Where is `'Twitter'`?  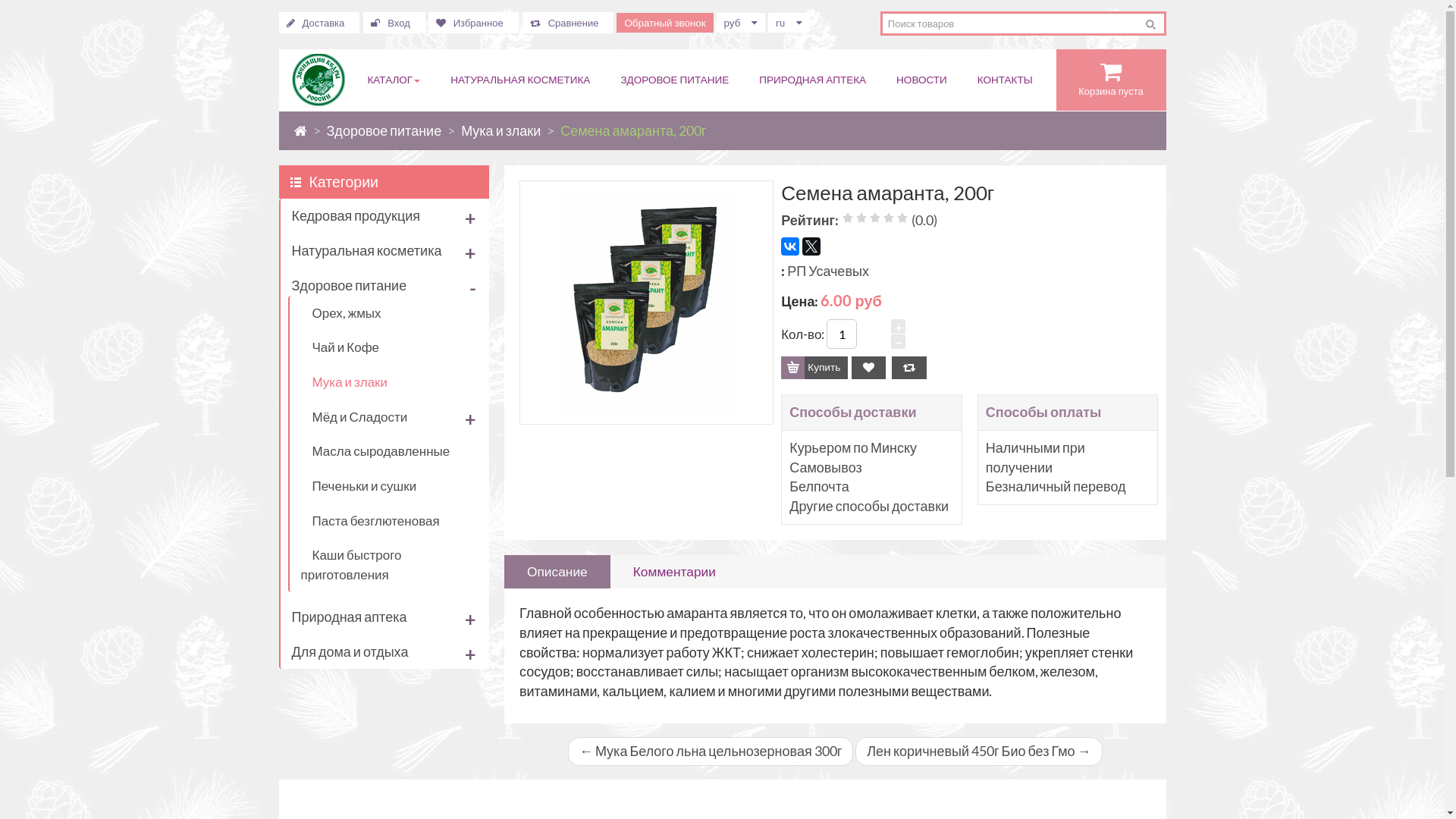
'Twitter' is located at coordinates (811, 245).